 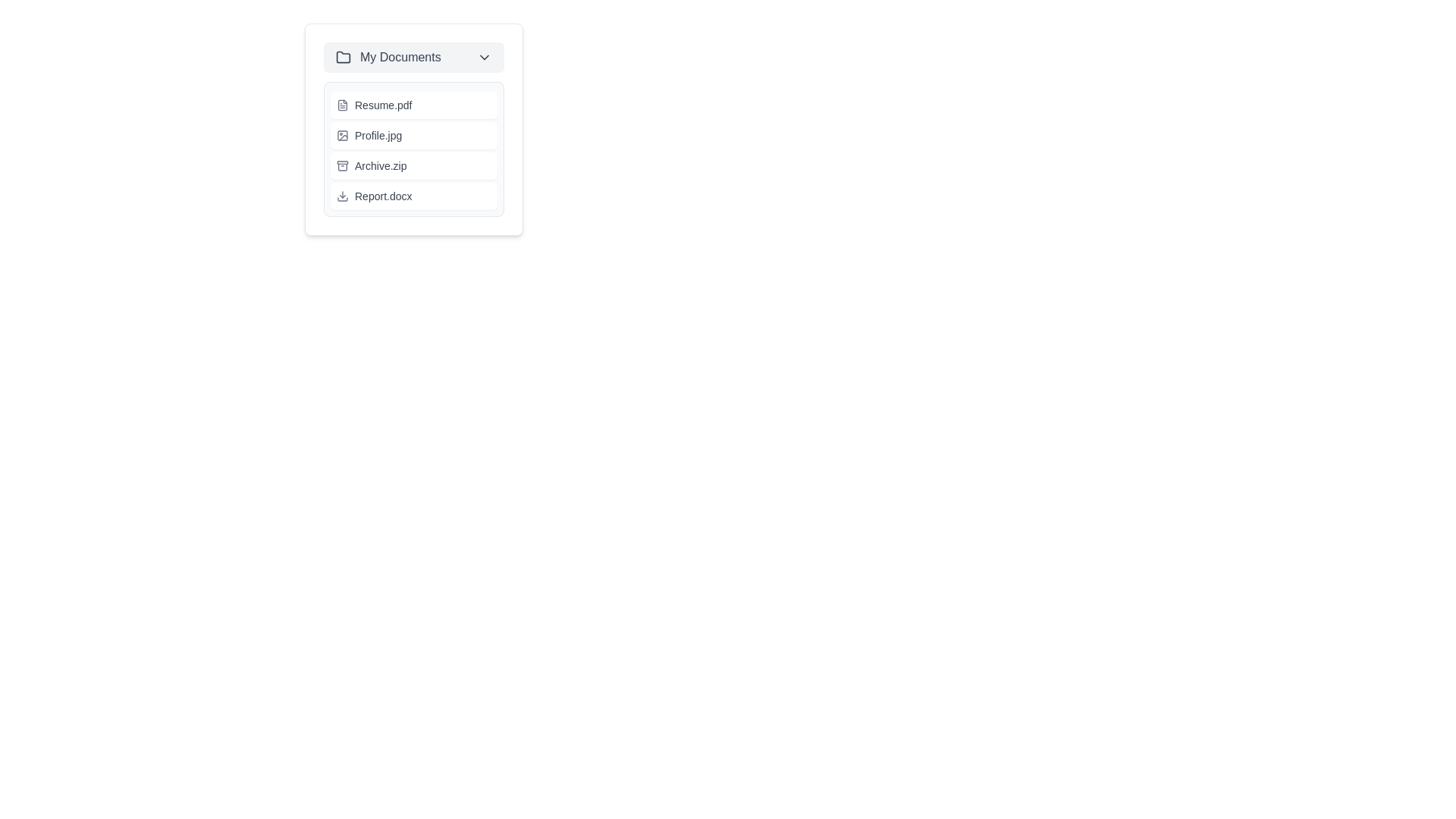 What do you see at coordinates (378, 134) in the screenshot?
I see `the 'Profile.jpg' text label, which is styled with a small font size and medium weight, located as the second item in the vertical list of files within the 'My Documents' panel` at bounding box center [378, 134].